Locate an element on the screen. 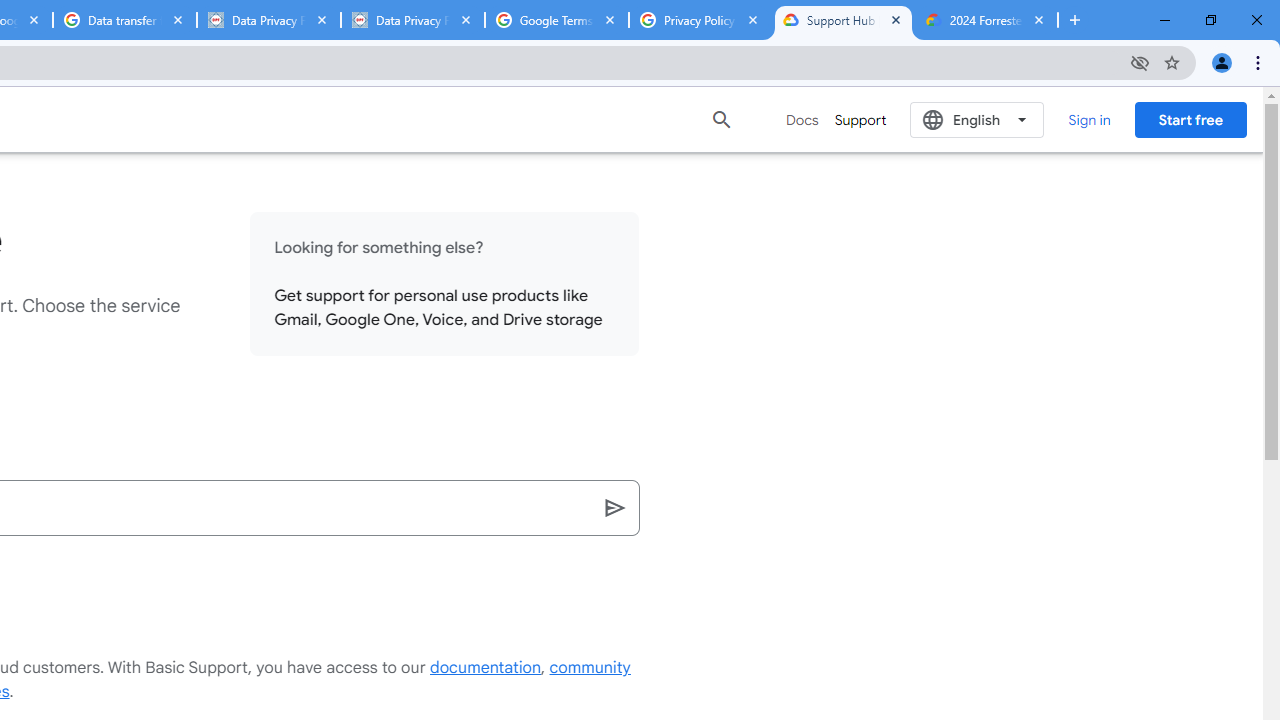 The width and height of the screenshot is (1280, 720). 'documentation' is located at coordinates (485, 668).